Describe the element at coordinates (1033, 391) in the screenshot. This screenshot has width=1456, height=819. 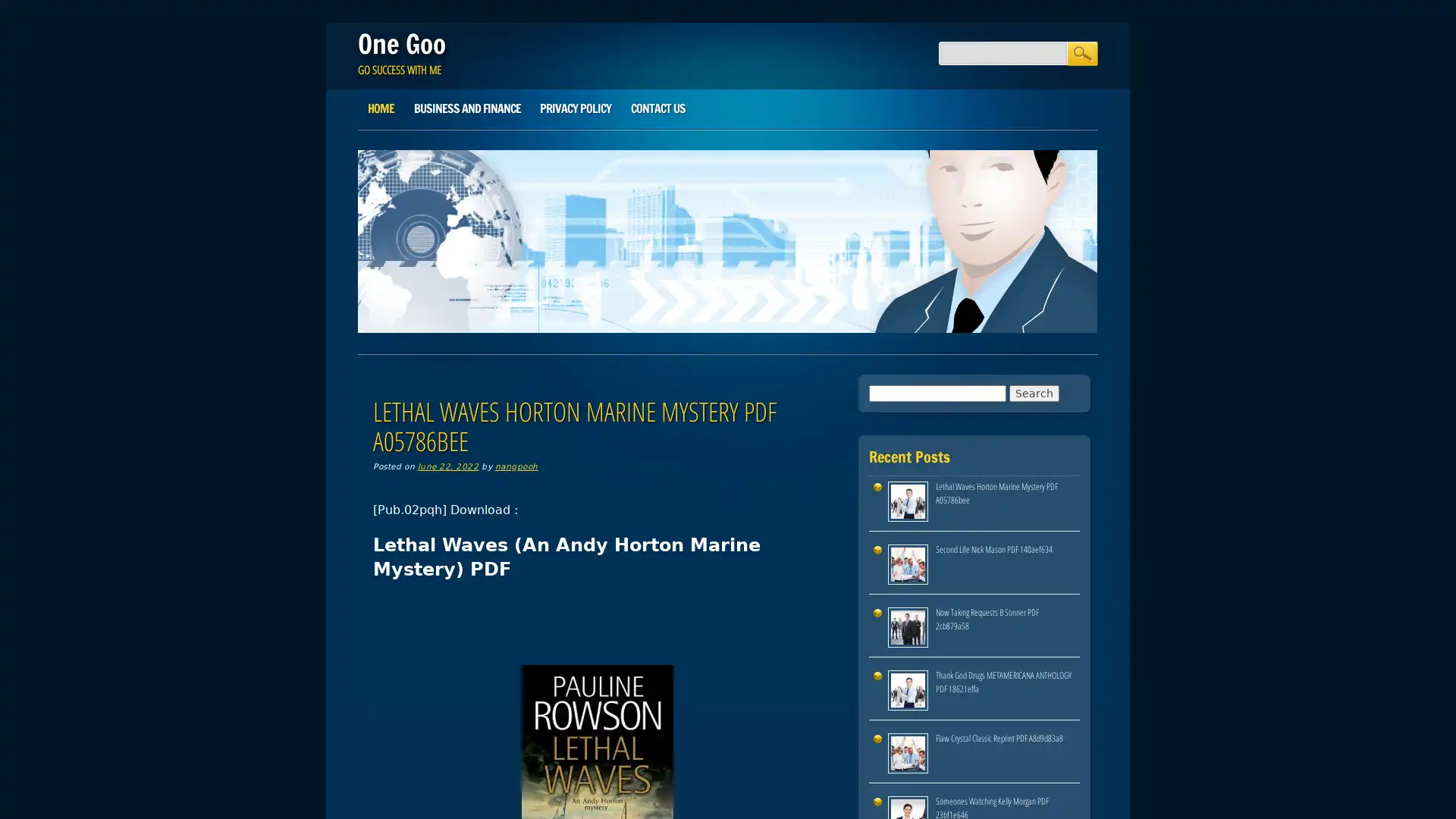
I see `Search` at that location.